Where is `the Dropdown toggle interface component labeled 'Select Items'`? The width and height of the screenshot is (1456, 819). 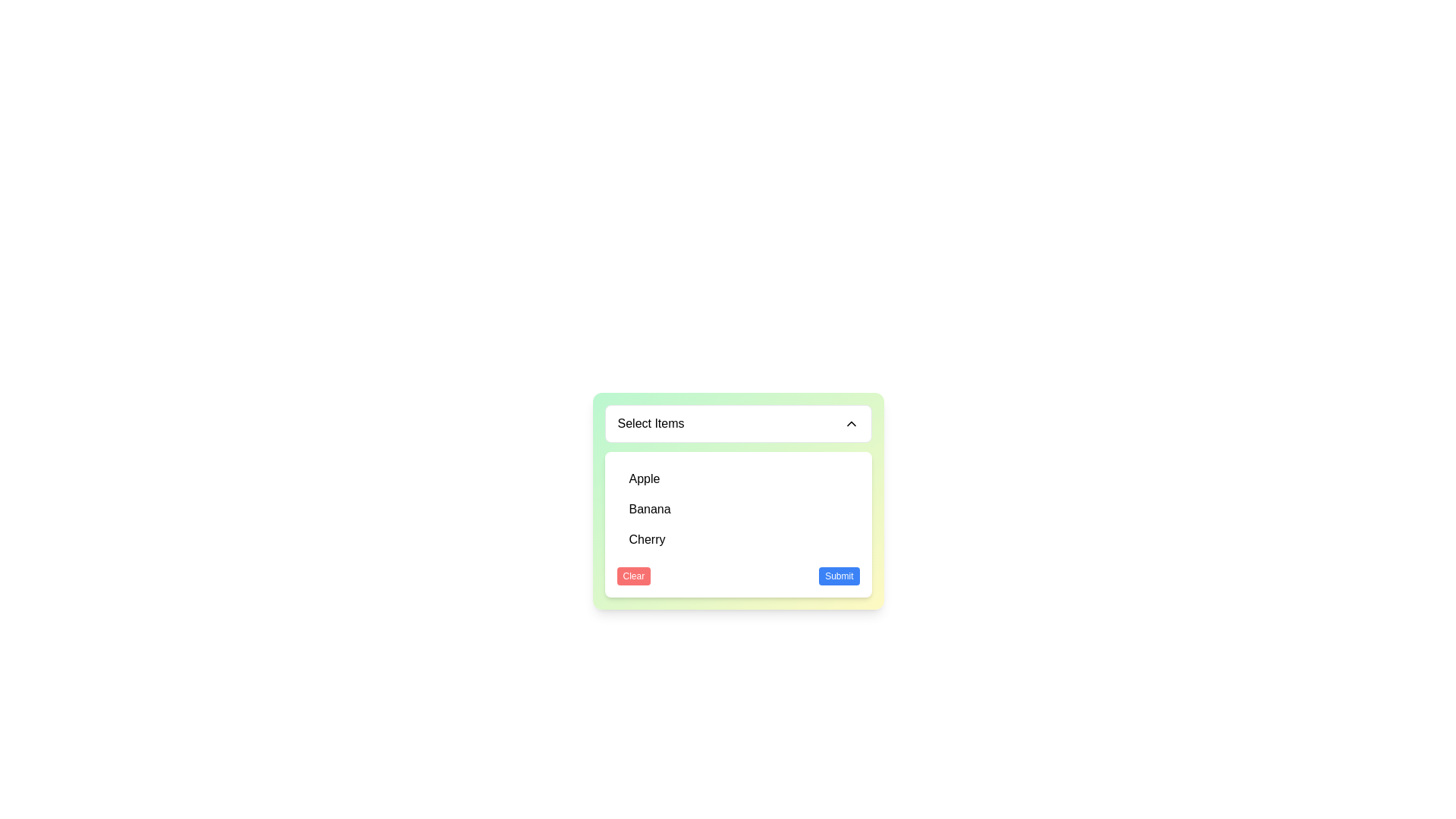
the Dropdown toggle interface component labeled 'Select Items' is located at coordinates (738, 424).